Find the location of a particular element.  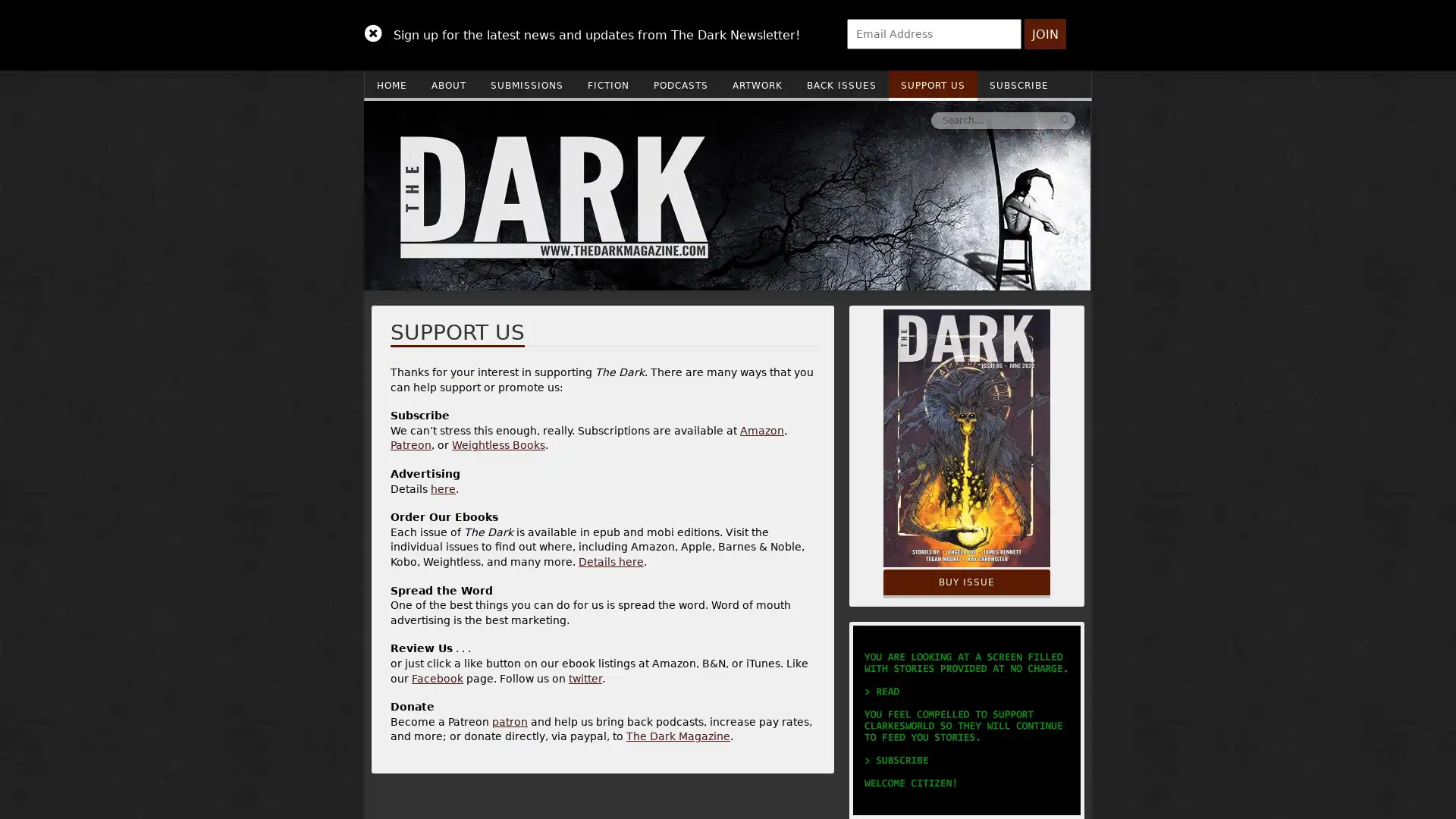

Search is located at coordinates (836, 119).